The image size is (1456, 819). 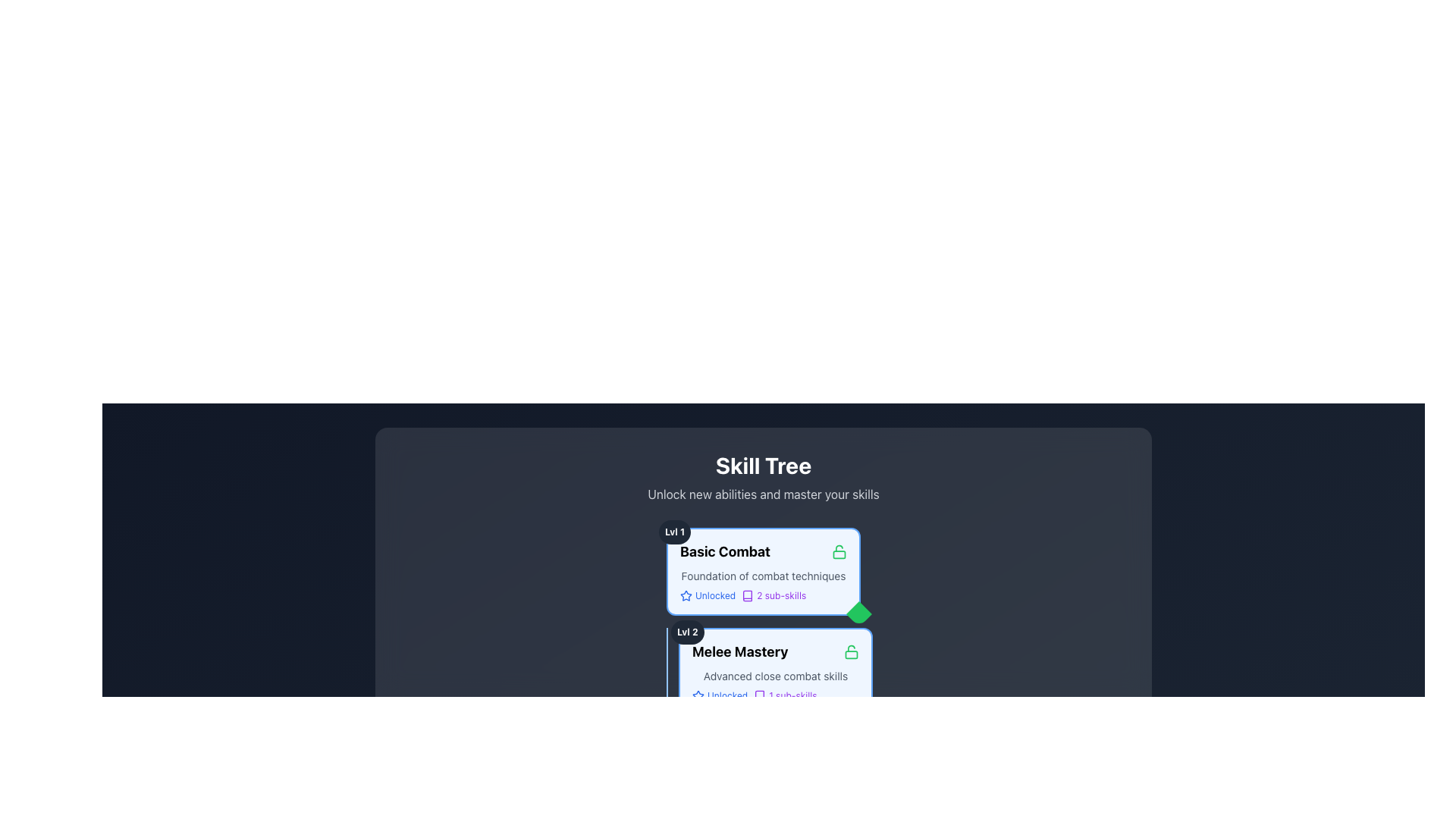 What do you see at coordinates (748, 595) in the screenshot?
I see `the icon representing the skill category in the skill tree UI, located near the text describing 'Basic Combat'` at bounding box center [748, 595].